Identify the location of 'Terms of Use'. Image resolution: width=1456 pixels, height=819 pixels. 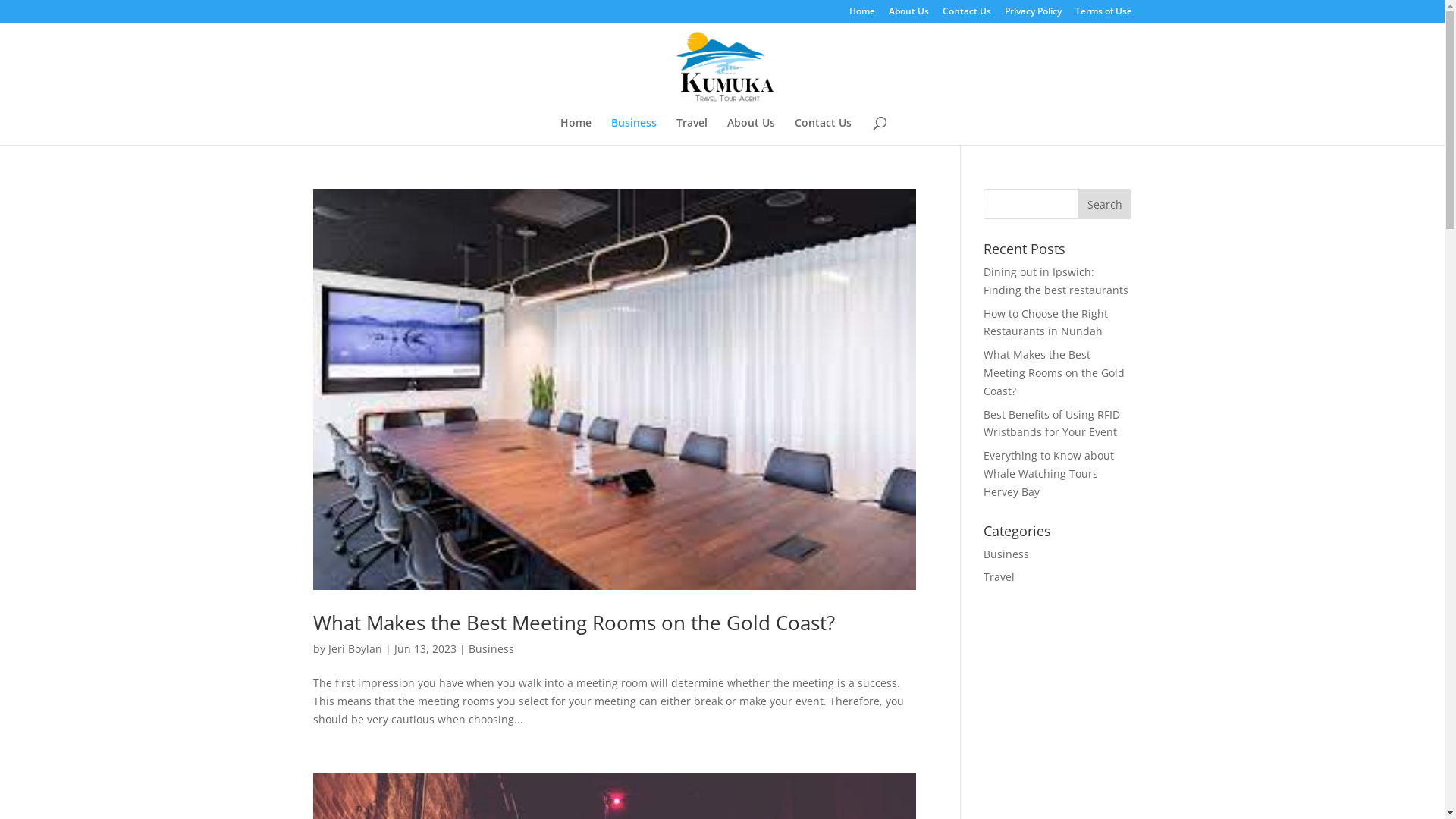
(1103, 14).